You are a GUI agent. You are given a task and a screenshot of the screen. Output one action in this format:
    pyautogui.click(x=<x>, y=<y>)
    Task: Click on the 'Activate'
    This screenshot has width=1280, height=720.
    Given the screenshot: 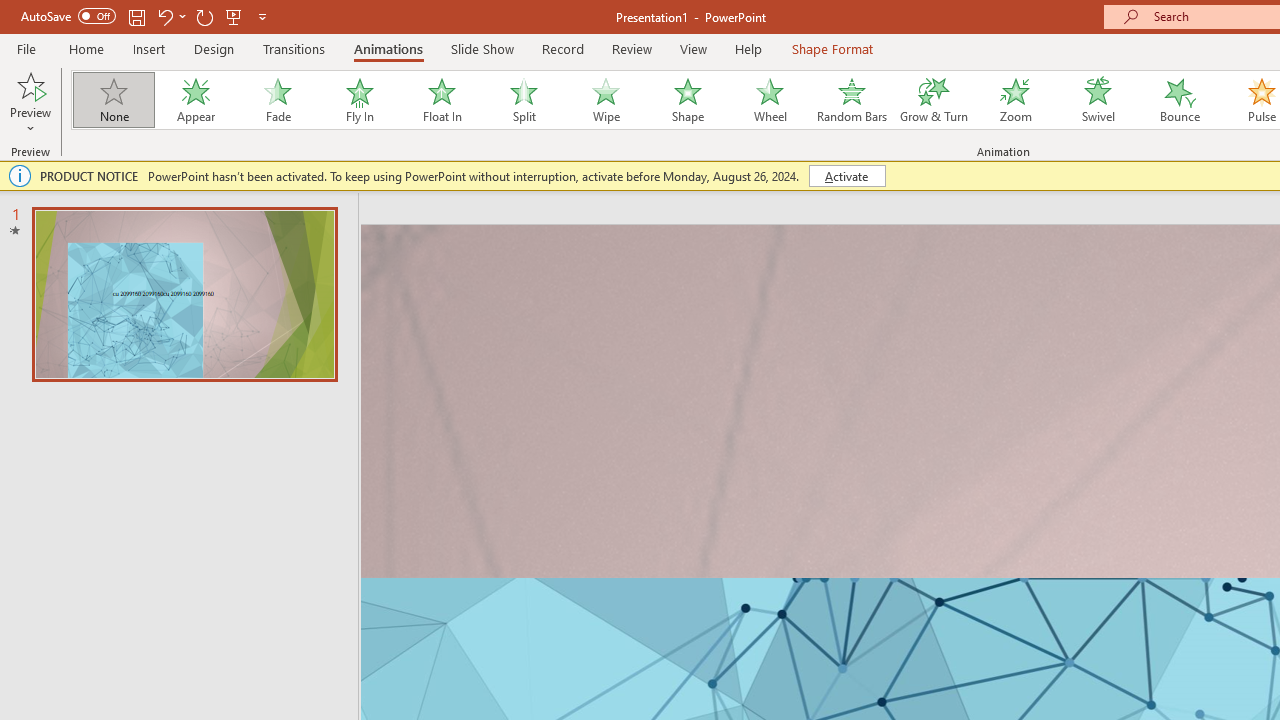 What is the action you would take?
    pyautogui.click(x=847, y=175)
    